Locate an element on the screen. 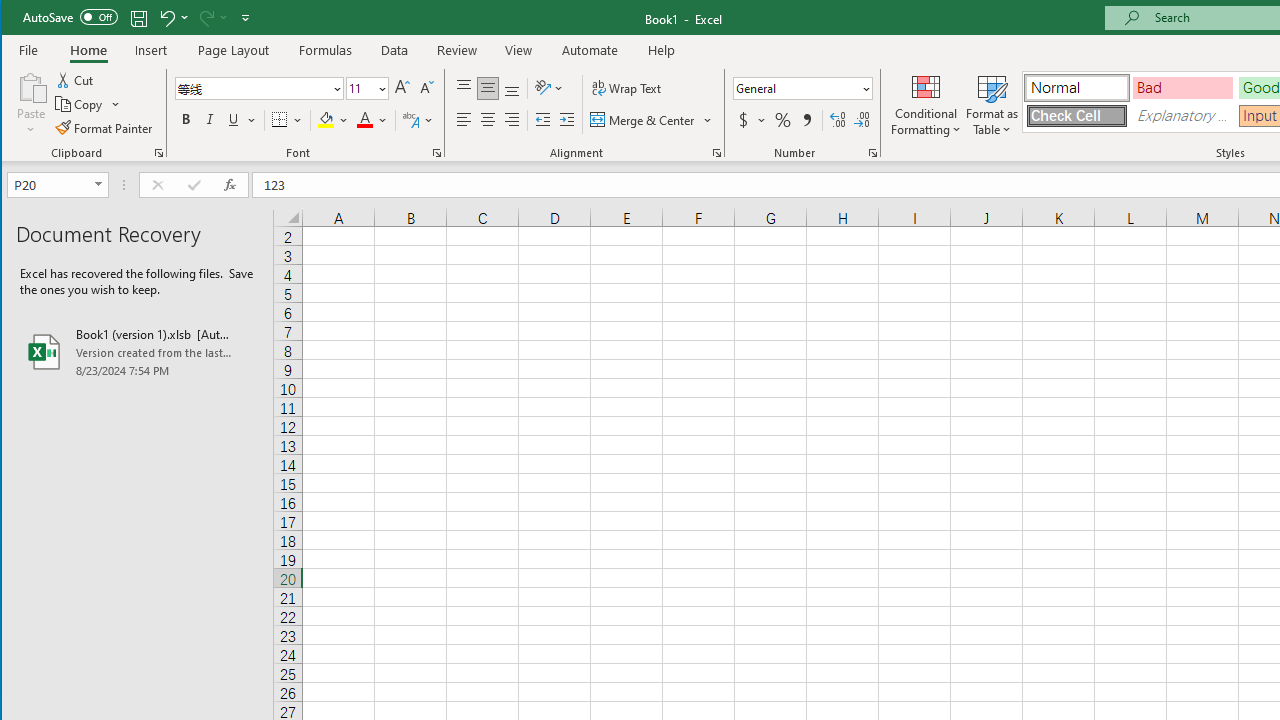 This screenshot has height=720, width=1280. 'Increase Font Size' is located at coordinates (400, 87).